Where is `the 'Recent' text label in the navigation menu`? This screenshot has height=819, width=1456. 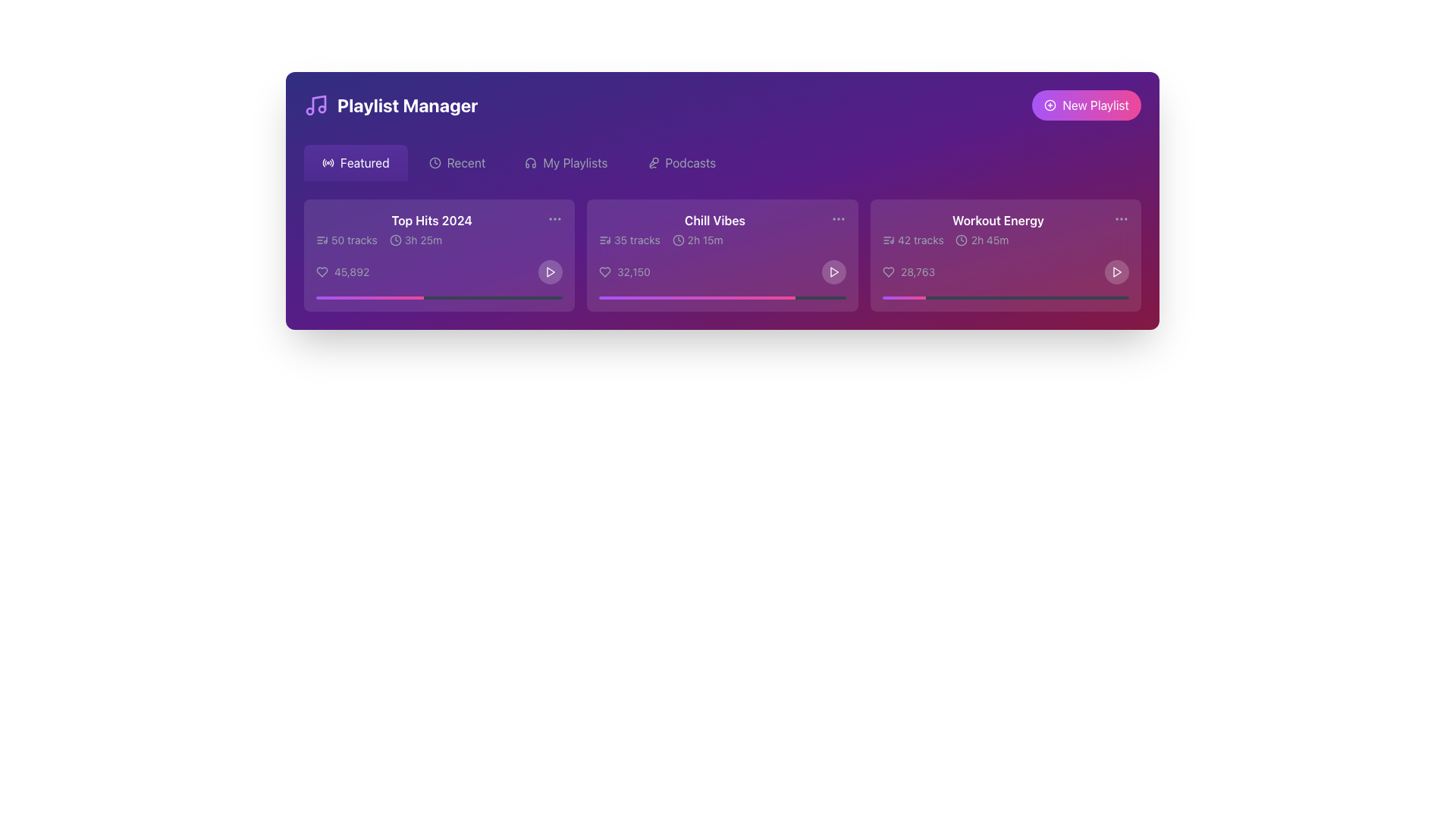 the 'Recent' text label in the navigation menu is located at coordinates (465, 163).